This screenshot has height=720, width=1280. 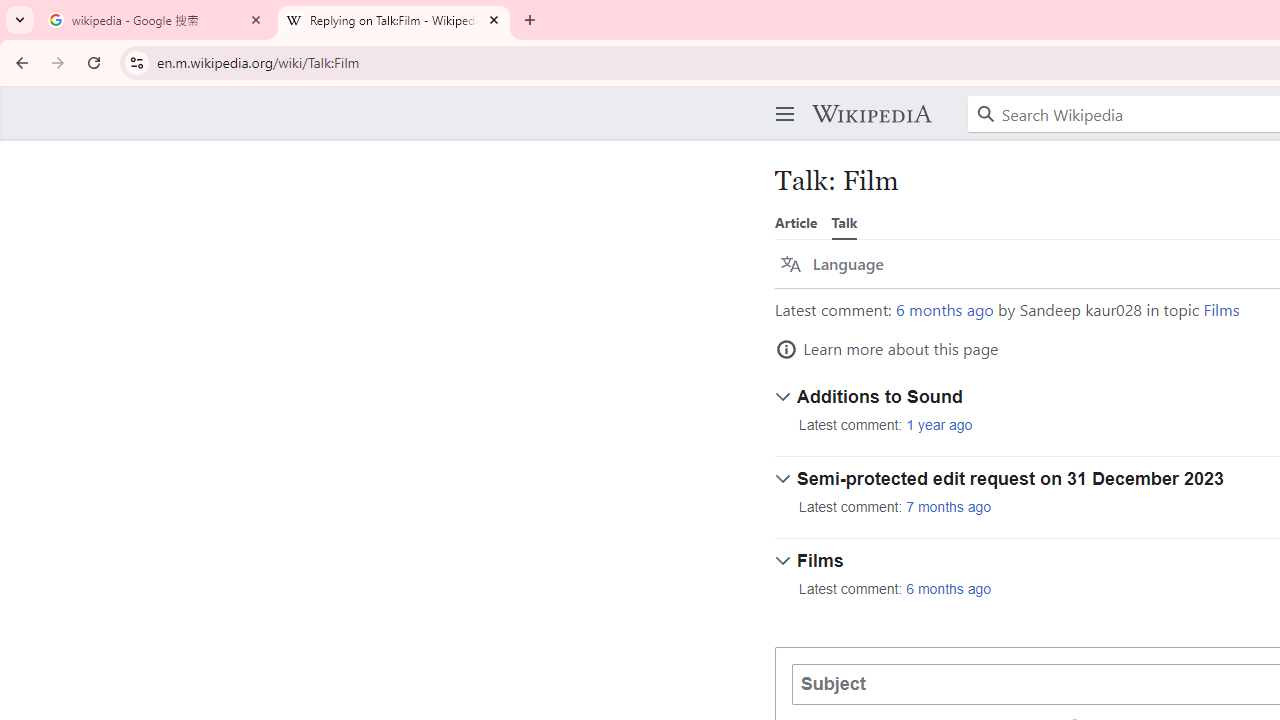 What do you see at coordinates (1220, 309) in the screenshot?
I see `'Films'` at bounding box center [1220, 309].